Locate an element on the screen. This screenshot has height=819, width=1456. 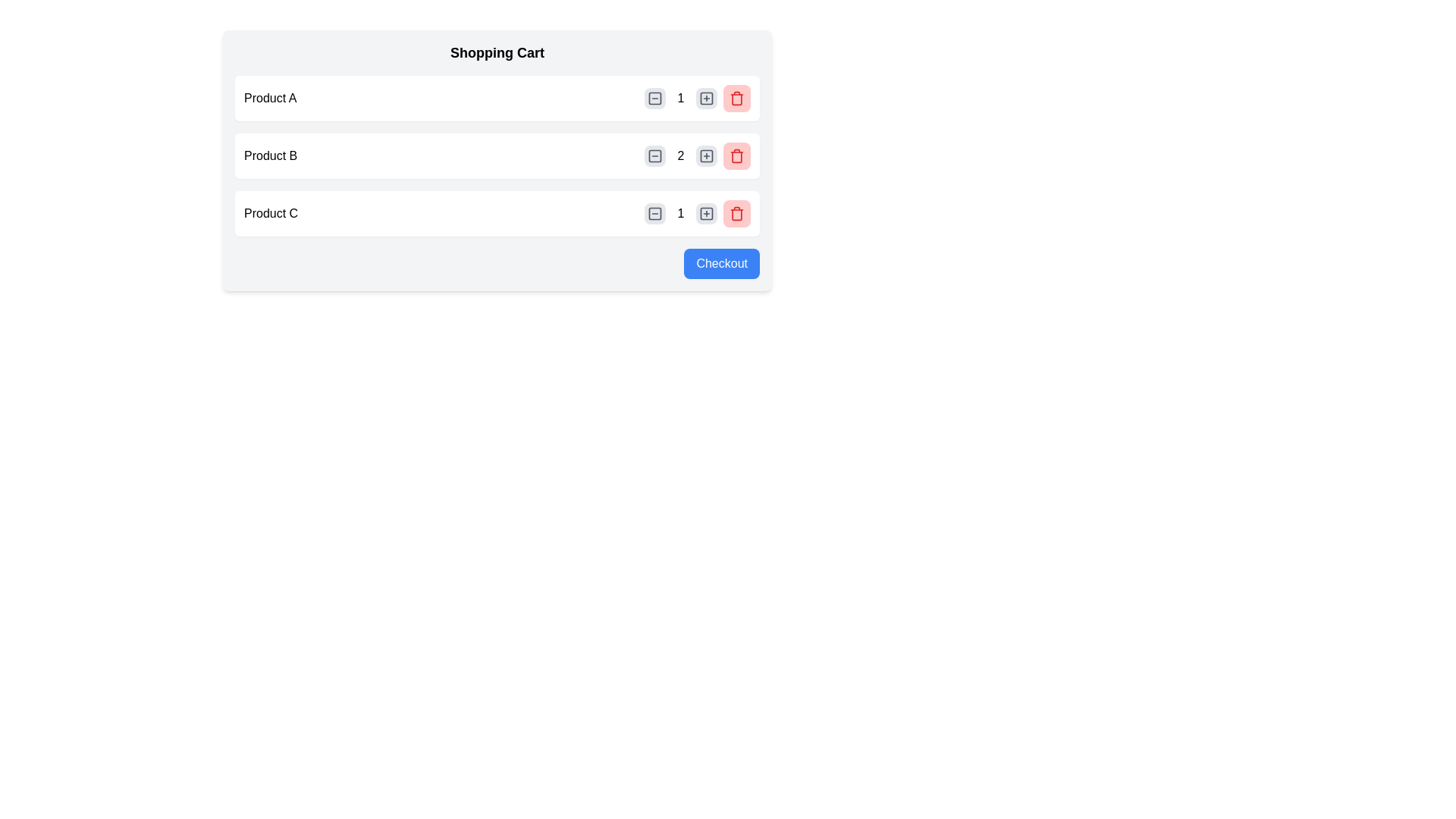
the remove button in the shopping cart is located at coordinates (736, 99).